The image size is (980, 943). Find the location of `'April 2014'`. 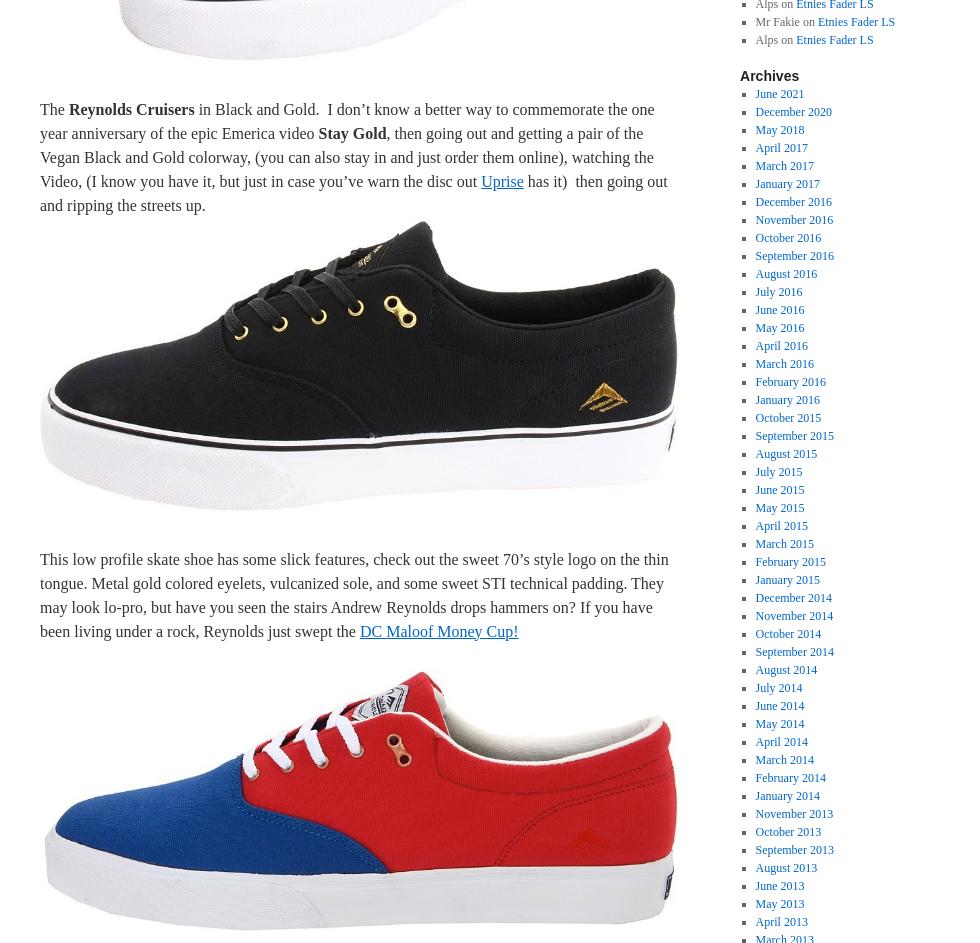

'April 2014' is located at coordinates (780, 742).